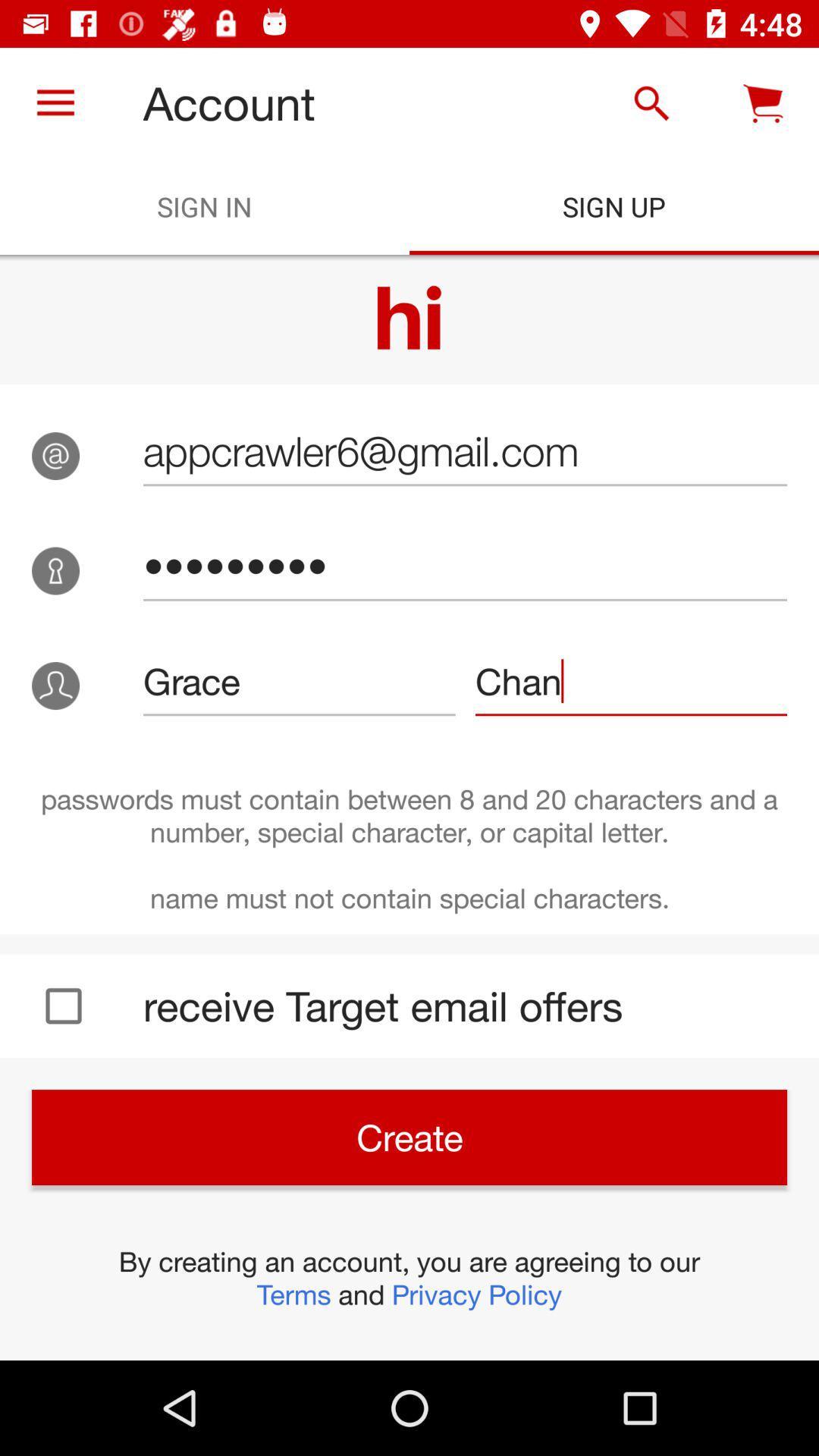 The height and width of the screenshot is (1456, 819). What do you see at coordinates (299, 680) in the screenshot?
I see `grace icon` at bounding box center [299, 680].